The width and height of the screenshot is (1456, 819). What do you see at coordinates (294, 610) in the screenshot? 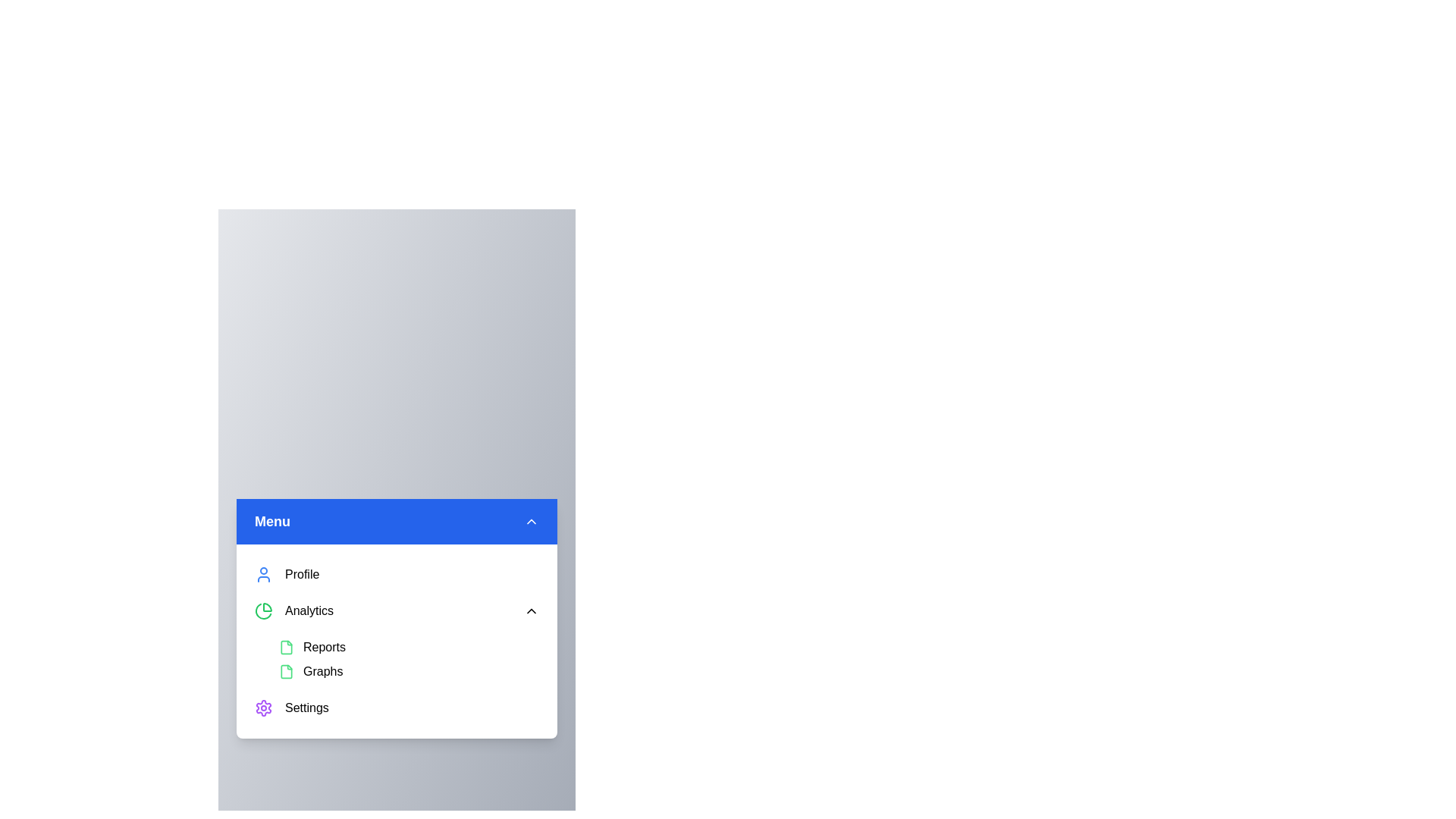
I see `the menu item that provides a navigational link to the analytics section, which is positioned second in the menu list, below 'Profile' and above 'Reports'` at bounding box center [294, 610].